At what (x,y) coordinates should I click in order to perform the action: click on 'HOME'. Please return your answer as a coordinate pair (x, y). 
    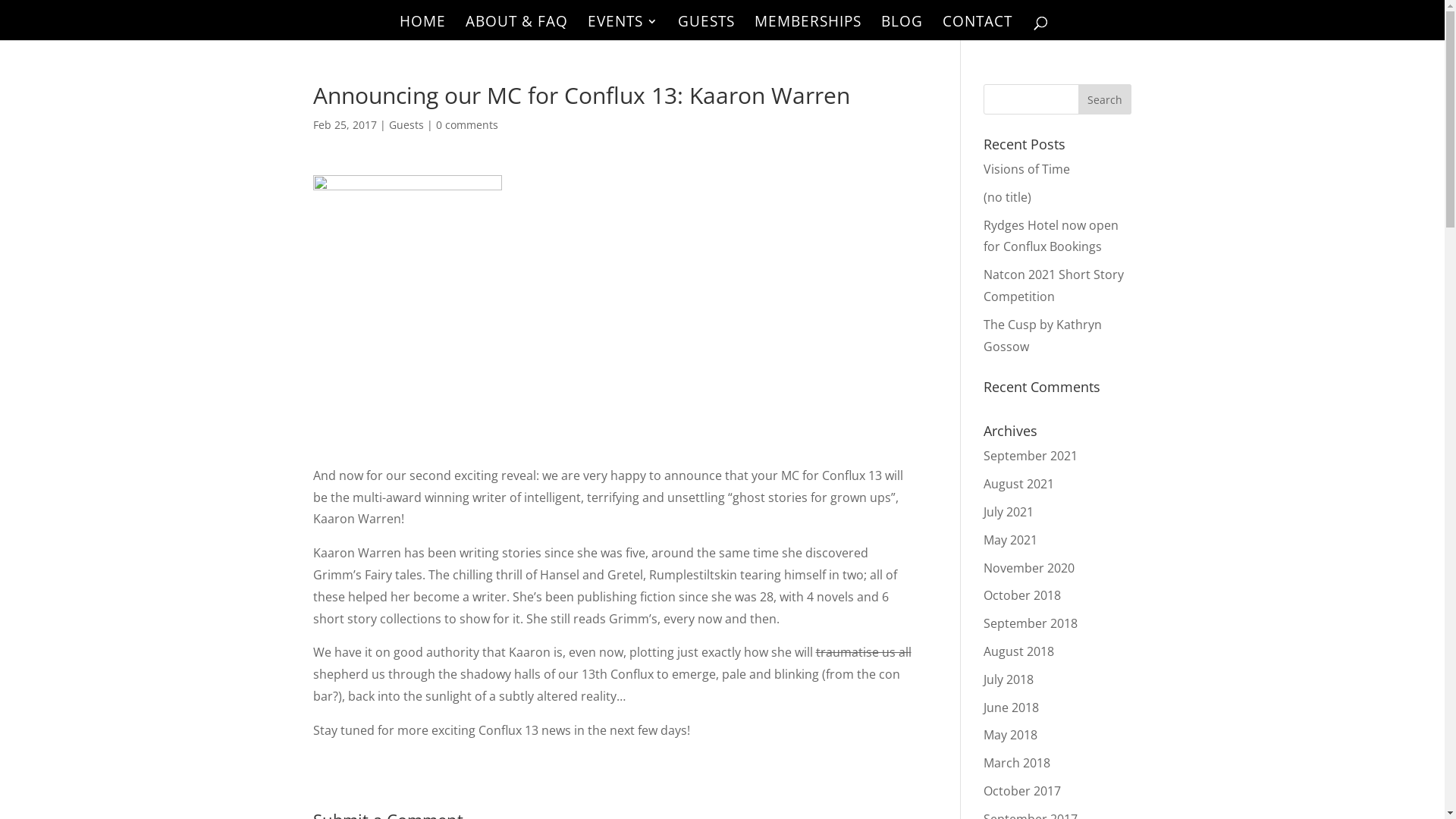
    Looking at the image, I should click on (422, 28).